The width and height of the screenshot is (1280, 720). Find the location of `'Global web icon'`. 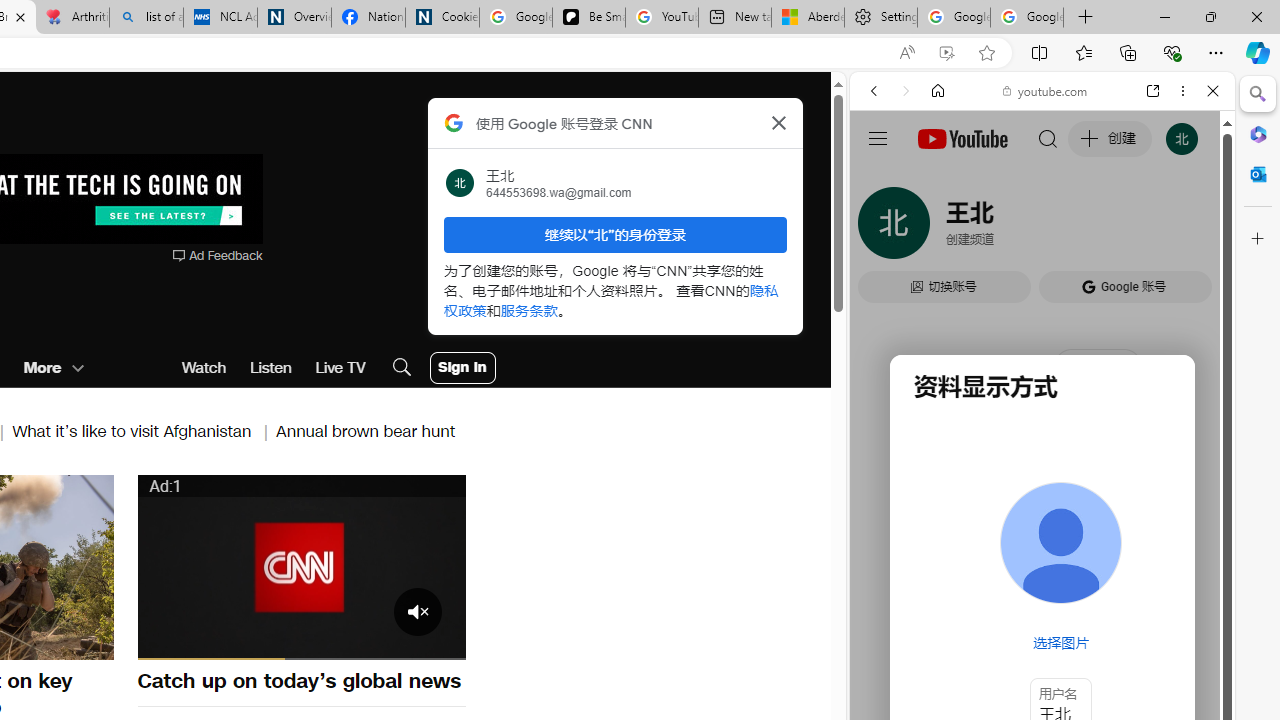

'Global web icon' is located at coordinates (887, 288).